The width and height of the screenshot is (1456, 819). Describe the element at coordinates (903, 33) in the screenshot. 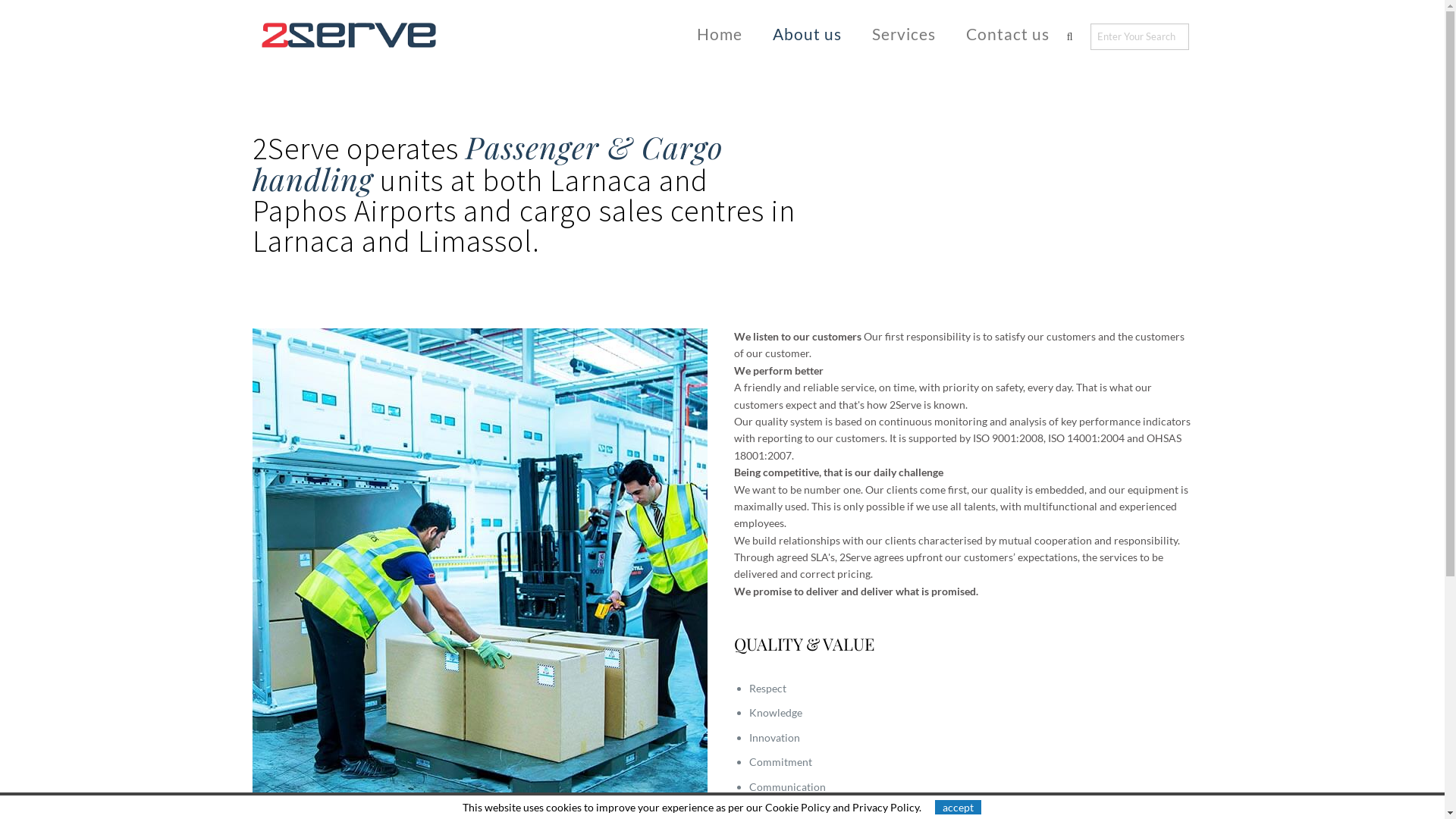

I see `'Services'` at that location.